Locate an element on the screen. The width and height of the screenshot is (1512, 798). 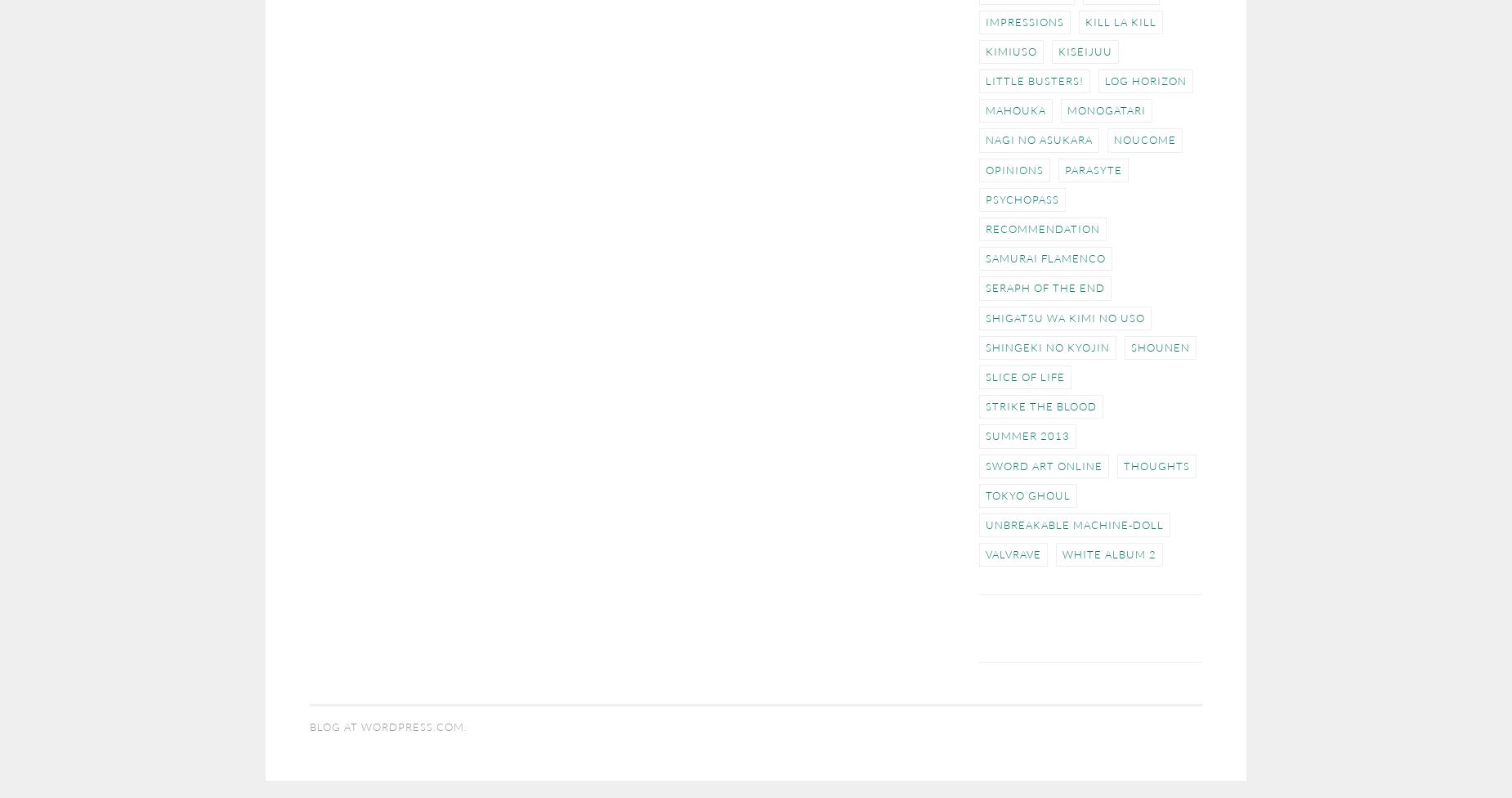
'PsychoPass' is located at coordinates (1021, 198).